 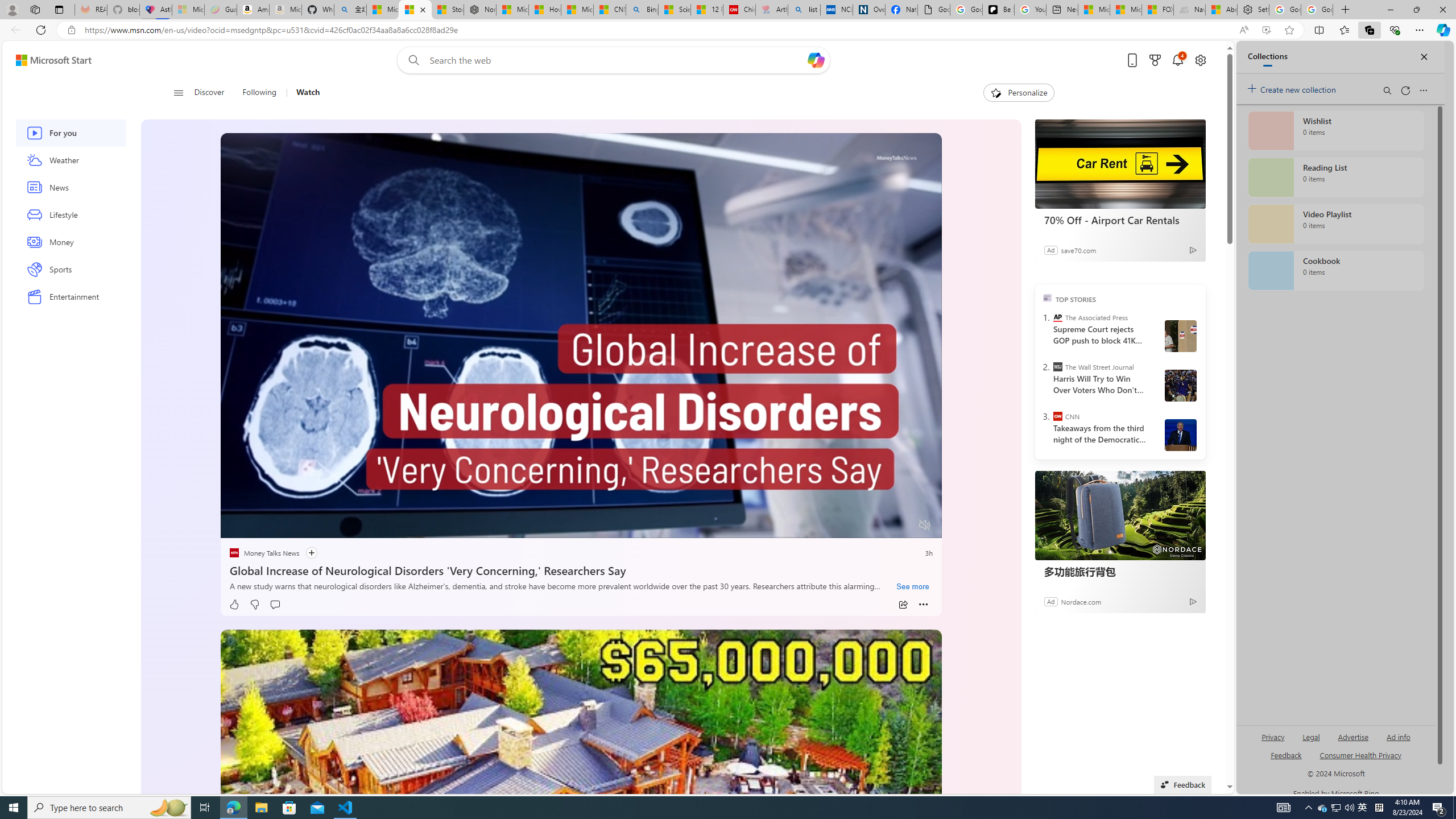 What do you see at coordinates (1081, 601) in the screenshot?
I see `'Nordace.com'` at bounding box center [1081, 601].